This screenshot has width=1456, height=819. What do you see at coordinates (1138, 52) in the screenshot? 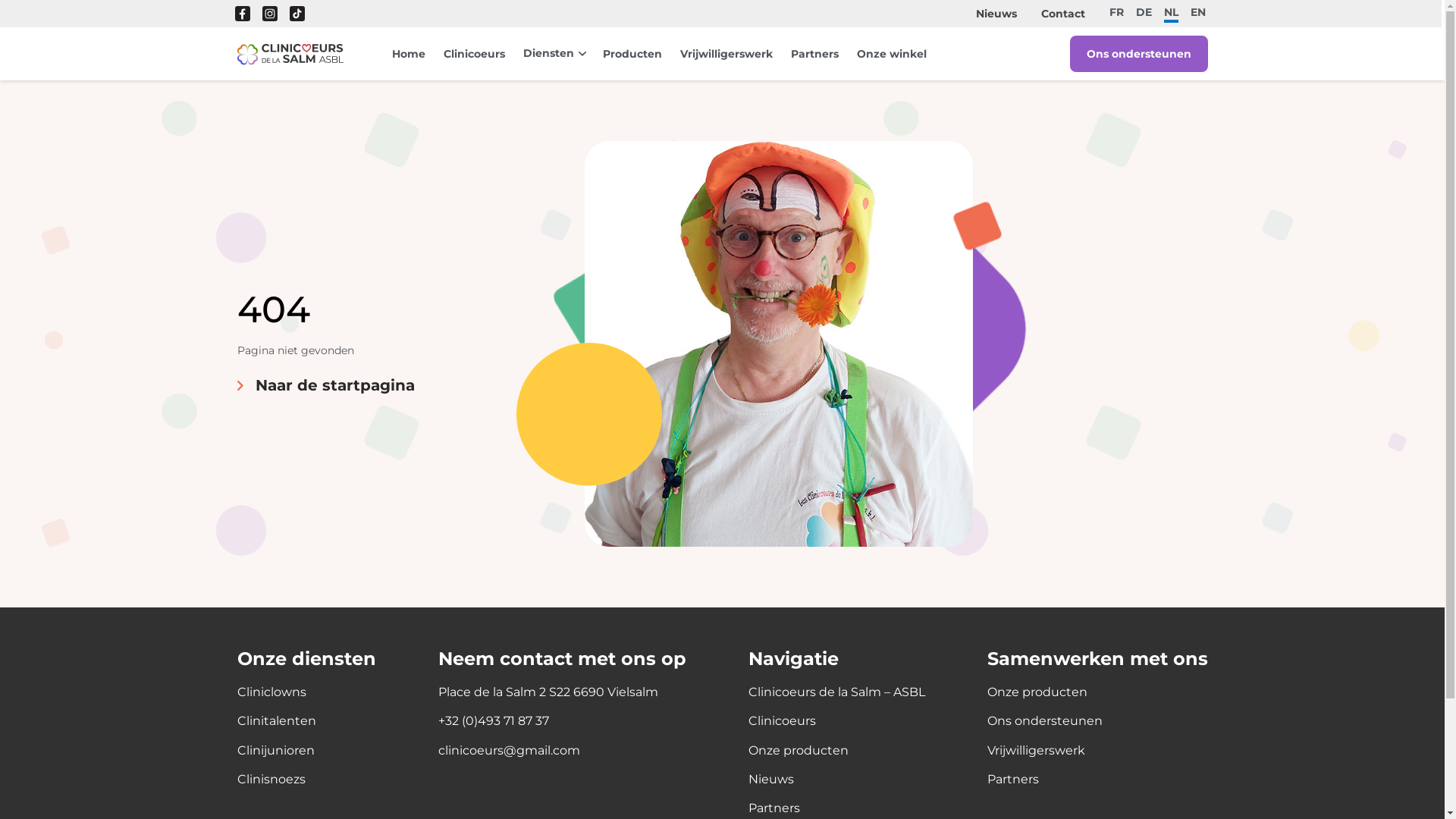
I see `'Ons ondersteunen'` at bounding box center [1138, 52].